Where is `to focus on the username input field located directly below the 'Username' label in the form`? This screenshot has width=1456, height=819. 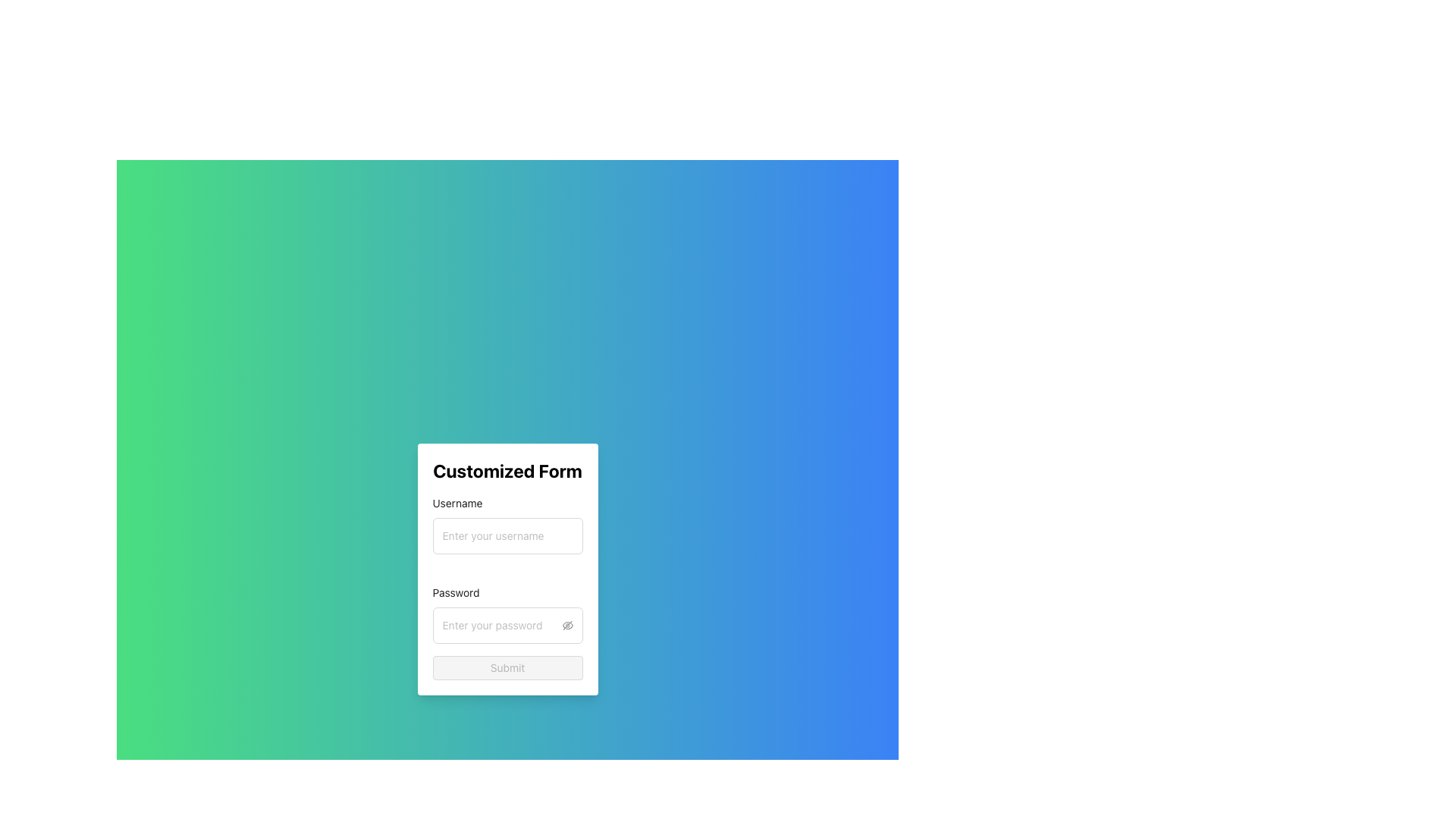
to focus on the username input field located directly below the 'Username' label in the form is located at coordinates (507, 535).